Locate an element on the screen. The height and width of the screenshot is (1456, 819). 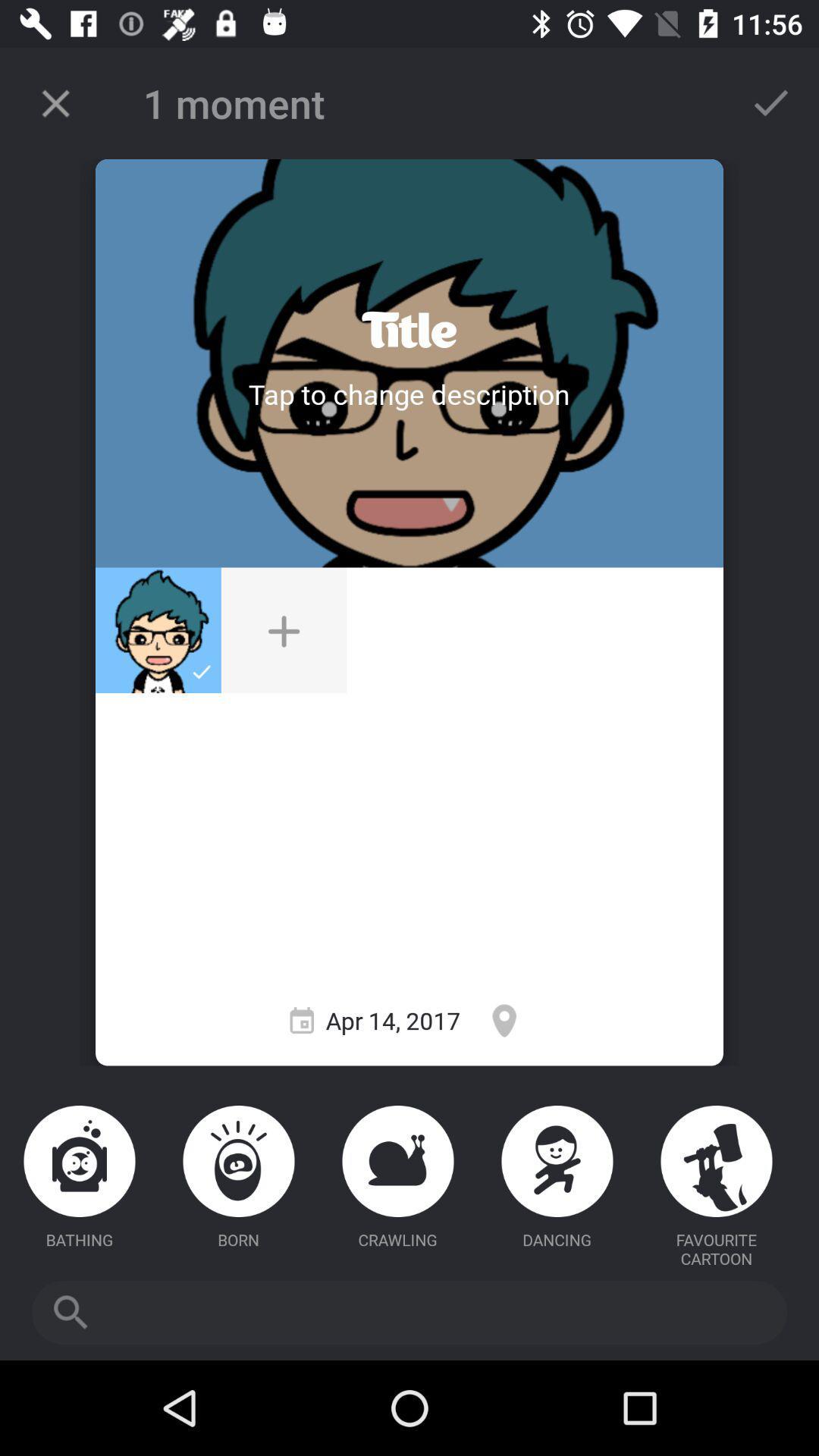
cancel note is located at coordinates (55, 102).